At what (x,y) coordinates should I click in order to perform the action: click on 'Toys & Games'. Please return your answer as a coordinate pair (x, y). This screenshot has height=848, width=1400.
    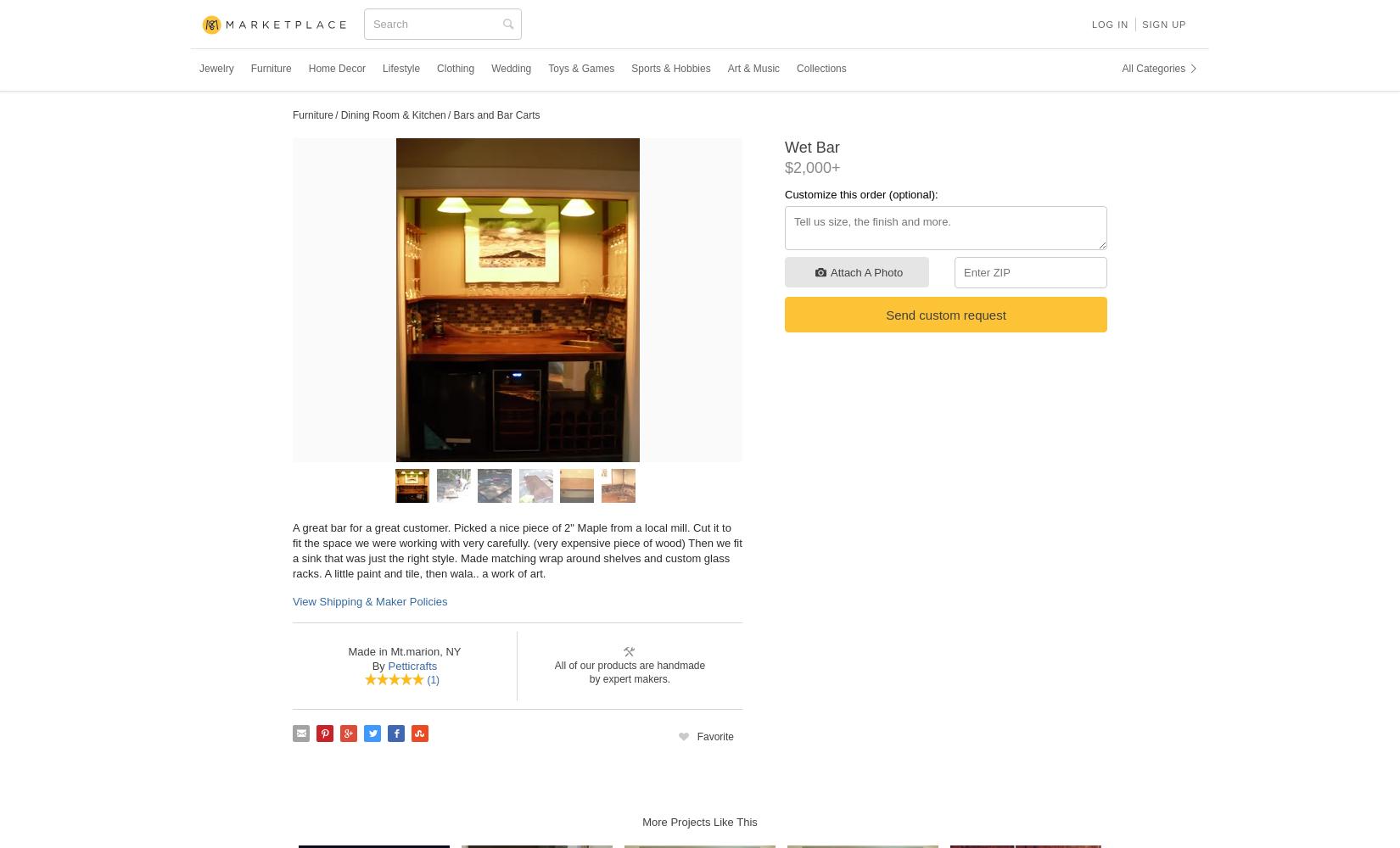
    Looking at the image, I should click on (580, 68).